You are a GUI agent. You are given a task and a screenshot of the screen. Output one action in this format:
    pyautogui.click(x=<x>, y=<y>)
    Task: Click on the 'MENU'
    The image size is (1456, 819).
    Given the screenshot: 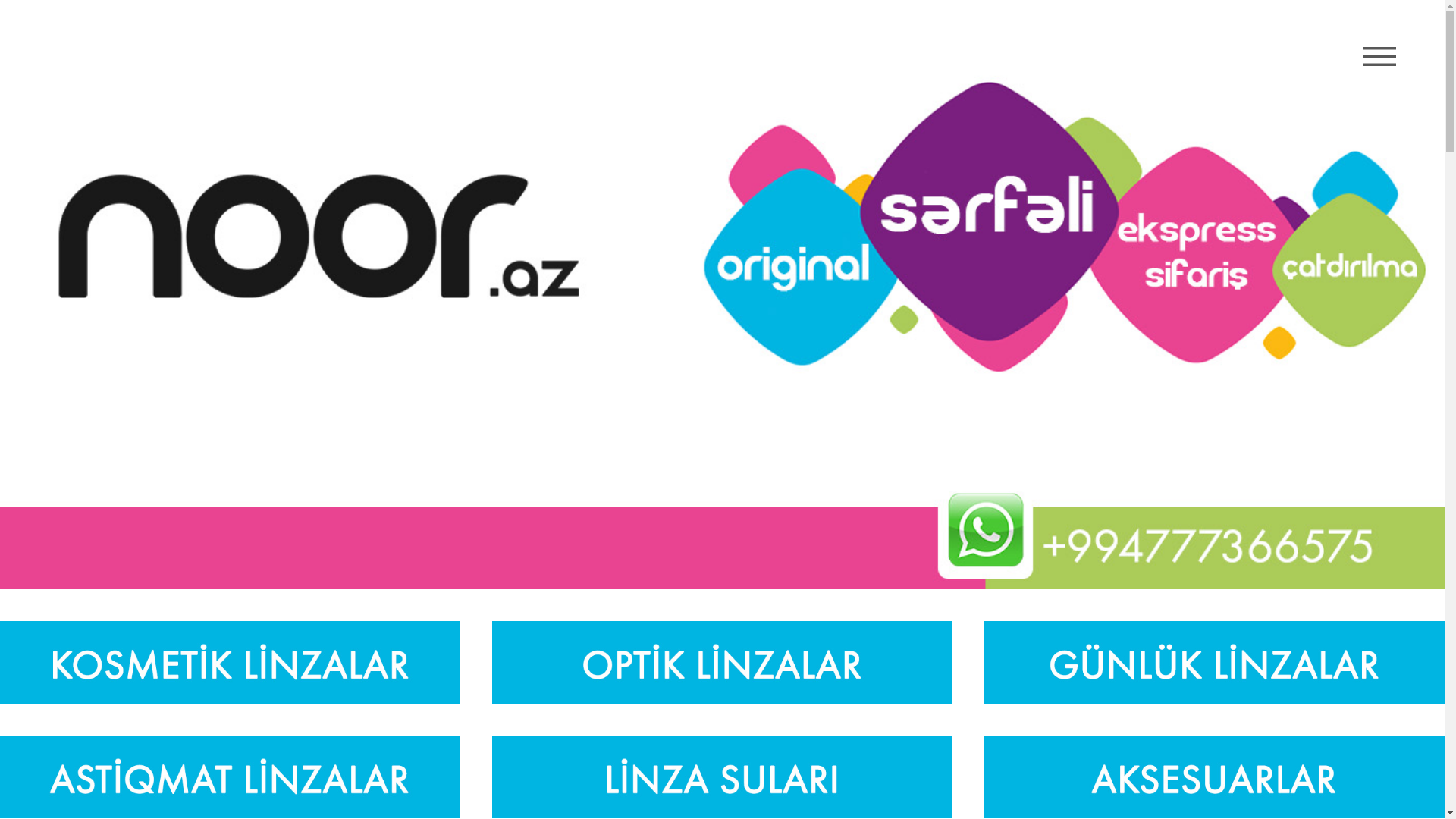 What is the action you would take?
    pyautogui.click(x=1379, y=55)
    